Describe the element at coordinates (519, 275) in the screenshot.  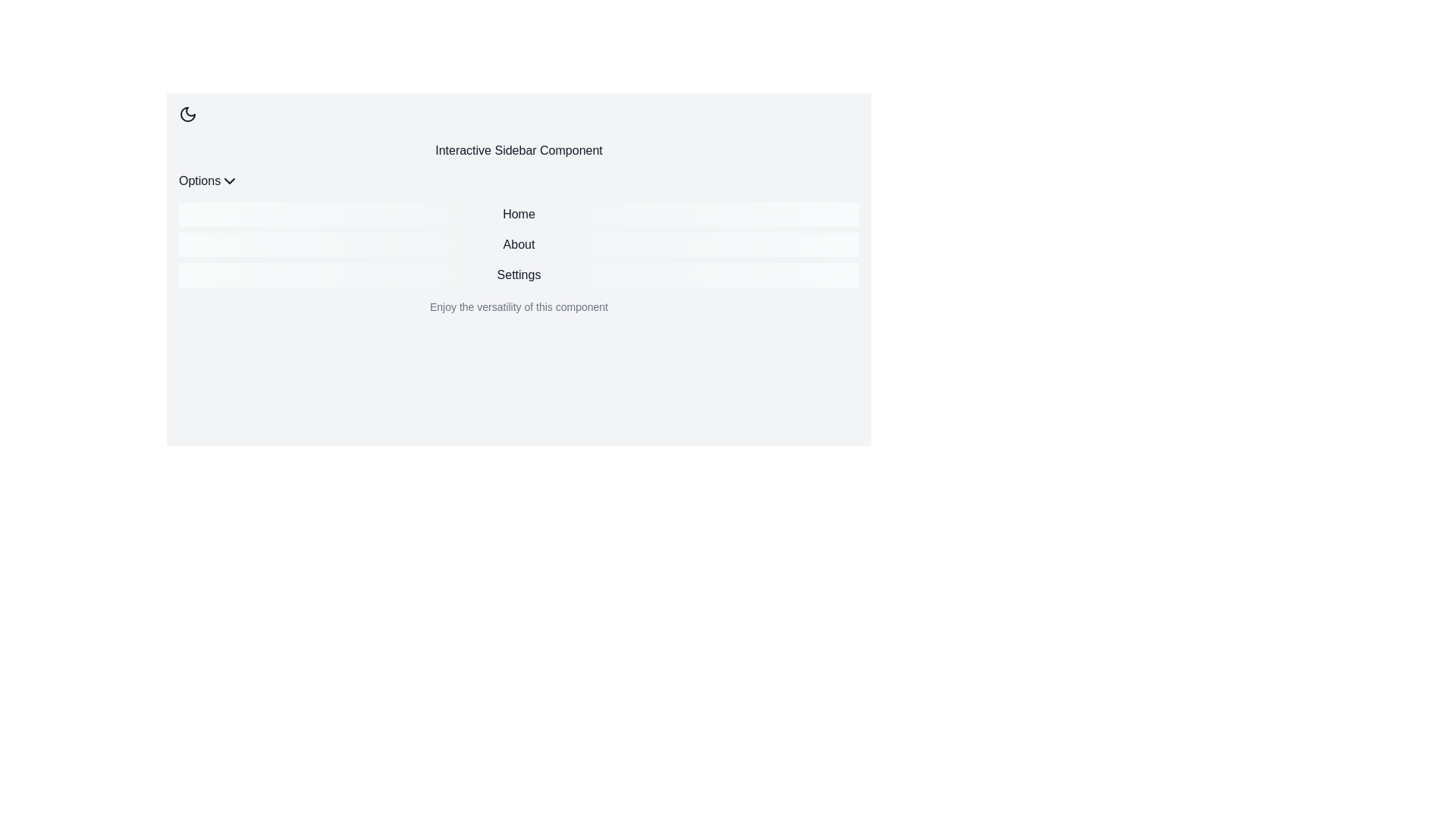
I see `the 'Settings' text button` at that location.